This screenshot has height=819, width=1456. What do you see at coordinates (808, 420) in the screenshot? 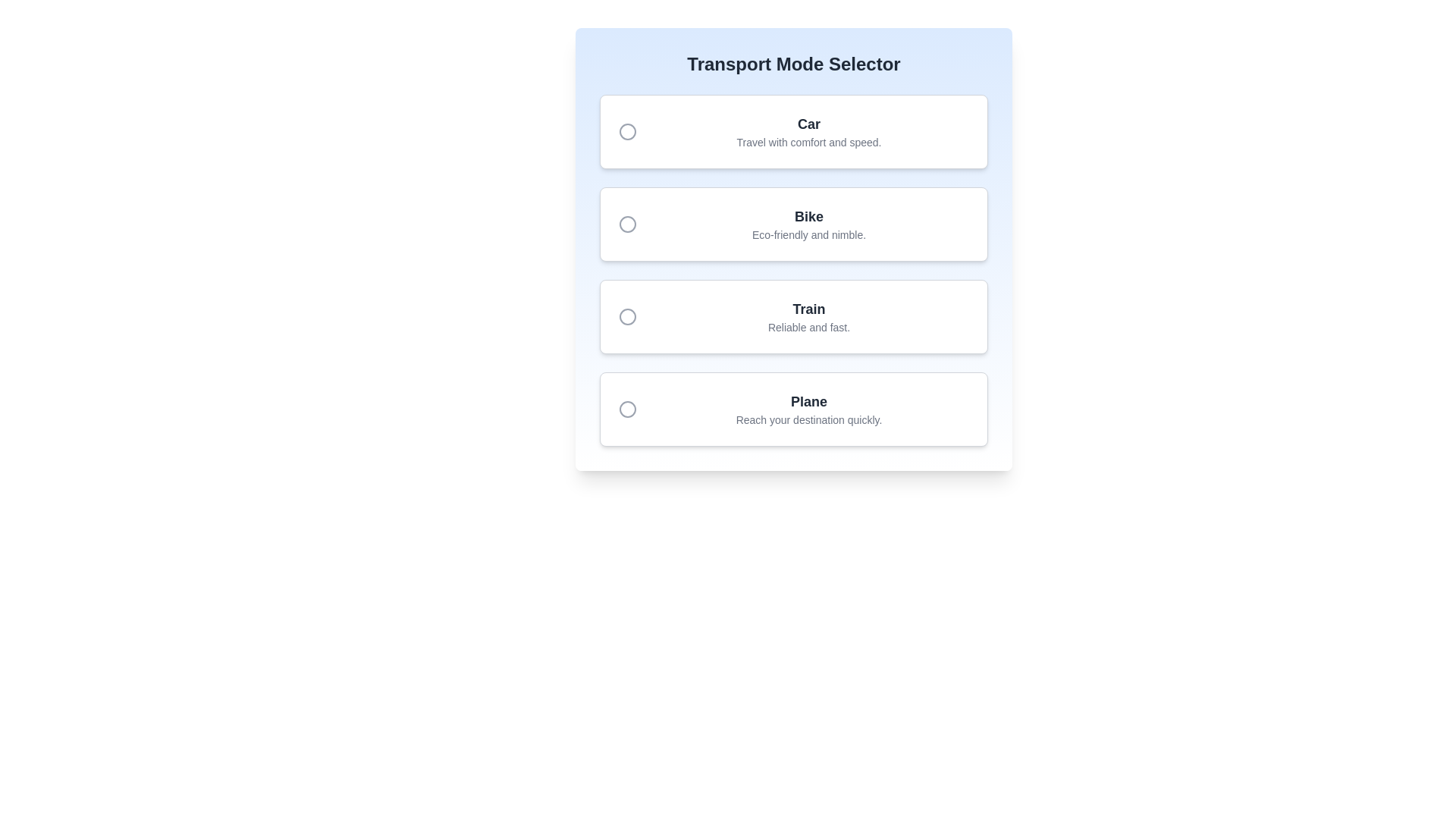
I see `the text block that says 'Reach your destination quickly.' located at the bottom of the card under the label 'Plane'` at bounding box center [808, 420].